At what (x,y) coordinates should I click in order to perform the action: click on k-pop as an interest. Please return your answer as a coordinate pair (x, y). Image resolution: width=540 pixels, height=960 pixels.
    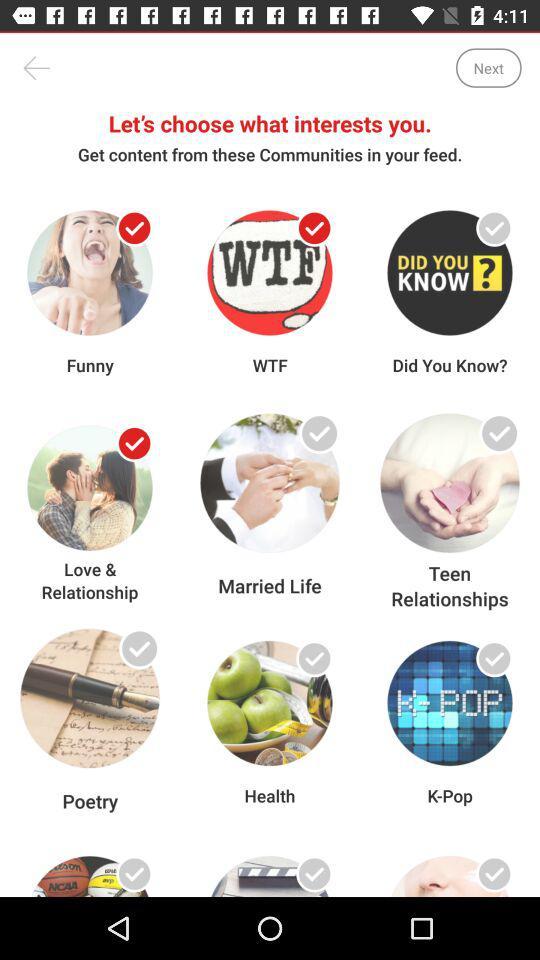
    Looking at the image, I should click on (493, 657).